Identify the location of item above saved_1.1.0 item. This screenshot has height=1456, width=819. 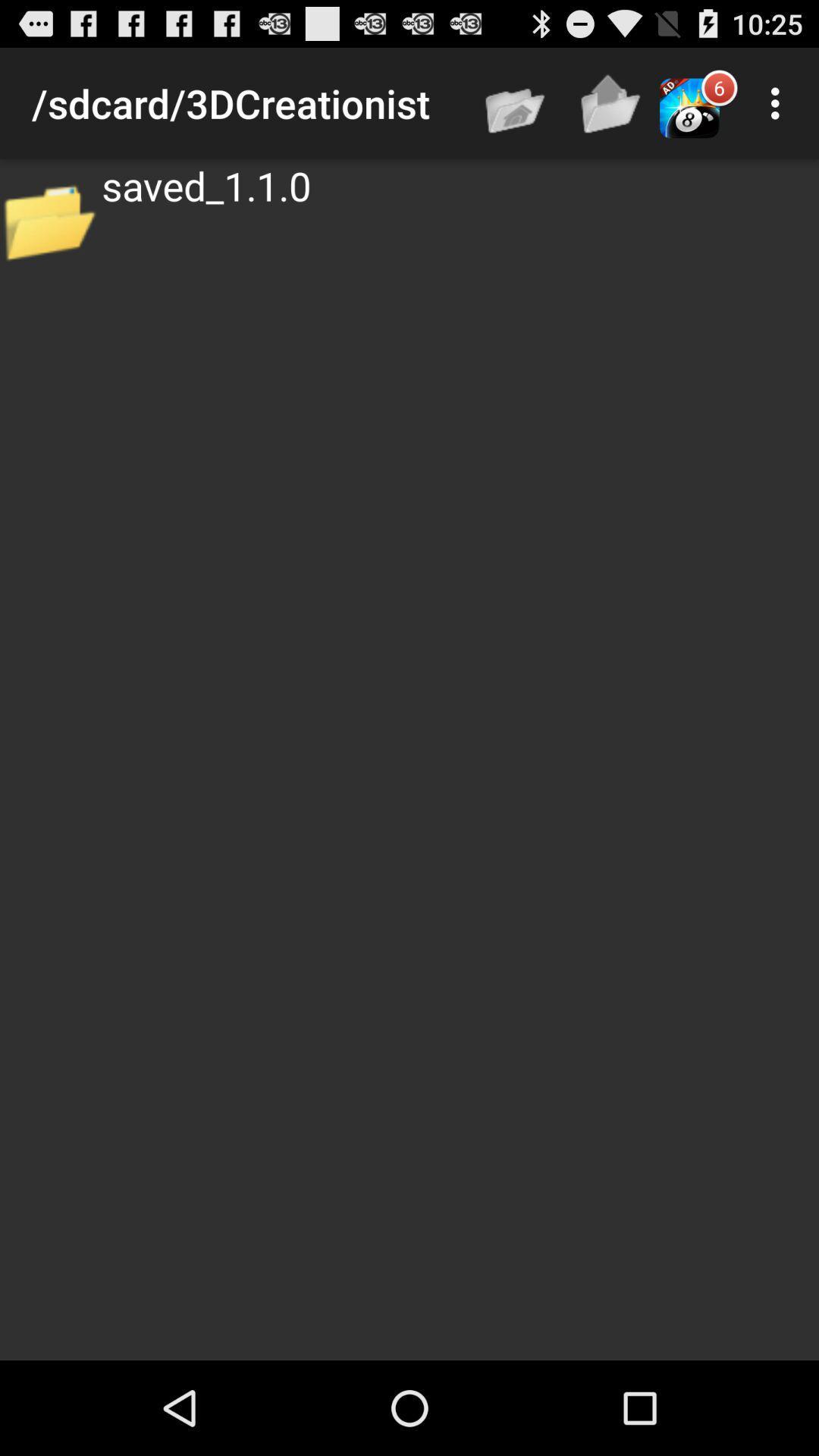
(610, 102).